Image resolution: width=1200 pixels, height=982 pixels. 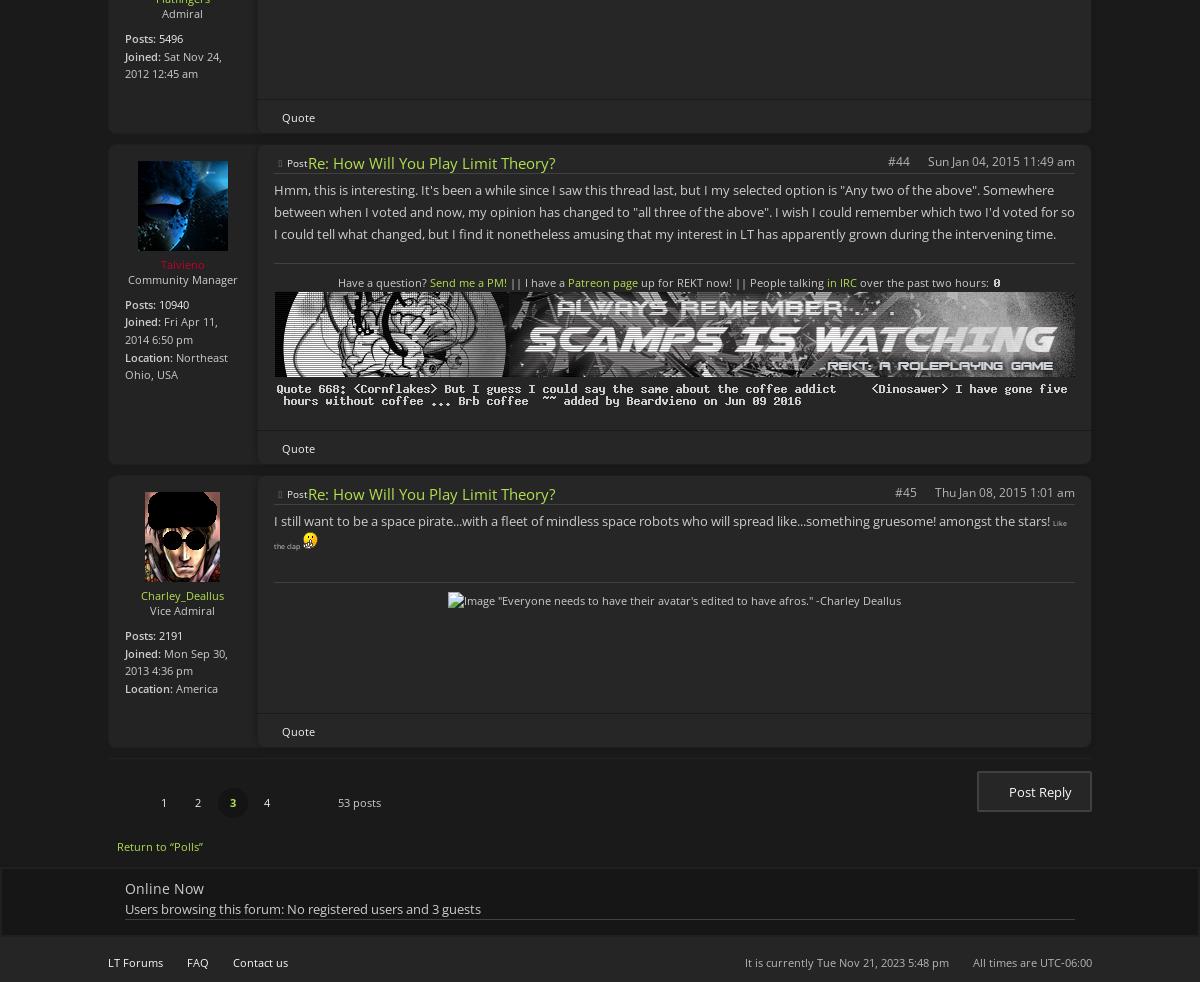 What do you see at coordinates (1040, 791) in the screenshot?
I see `'Post Reply'` at bounding box center [1040, 791].